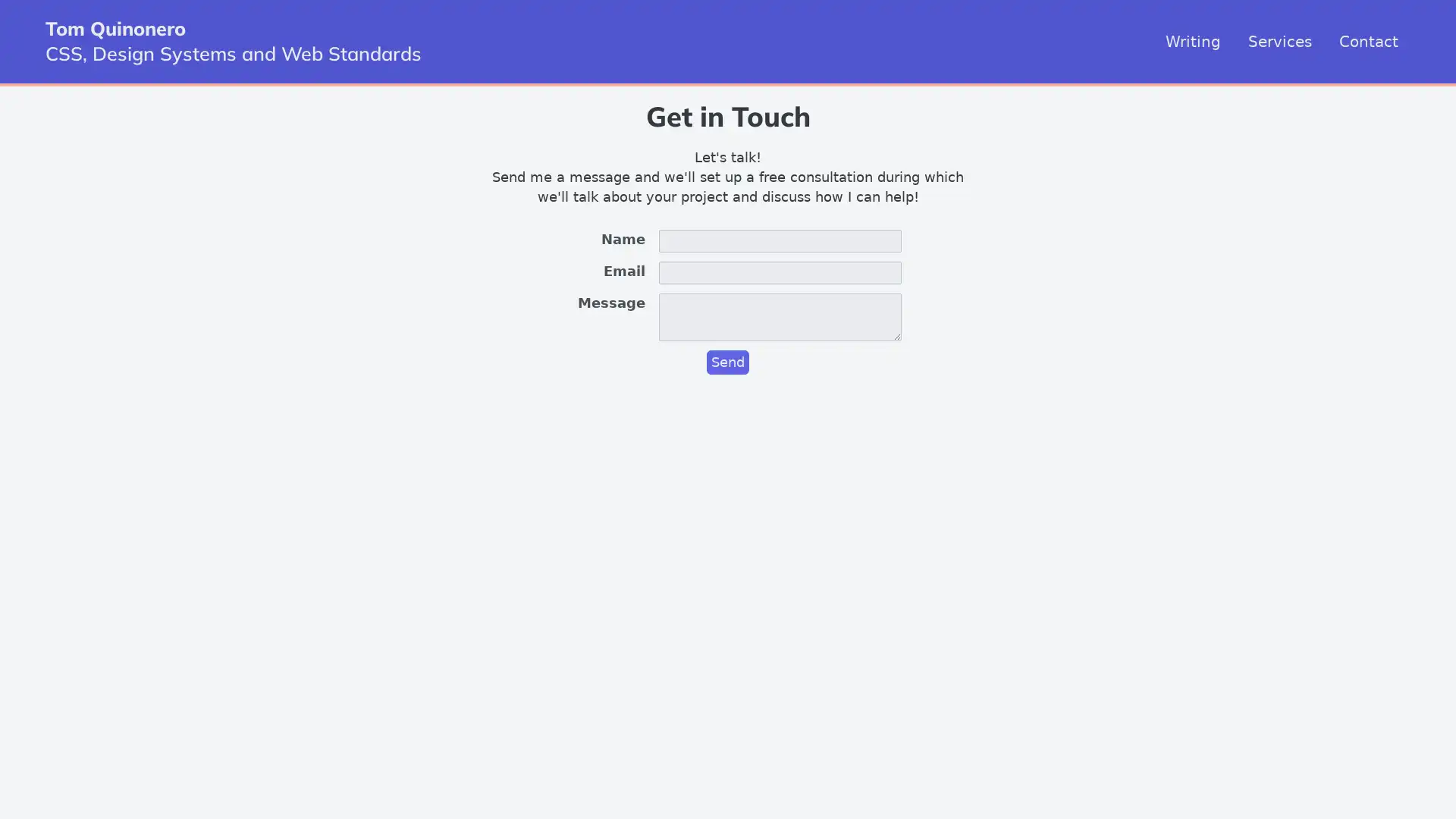 The height and width of the screenshot is (819, 1456). What do you see at coordinates (728, 362) in the screenshot?
I see `Send` at bounding box center [728, 362].